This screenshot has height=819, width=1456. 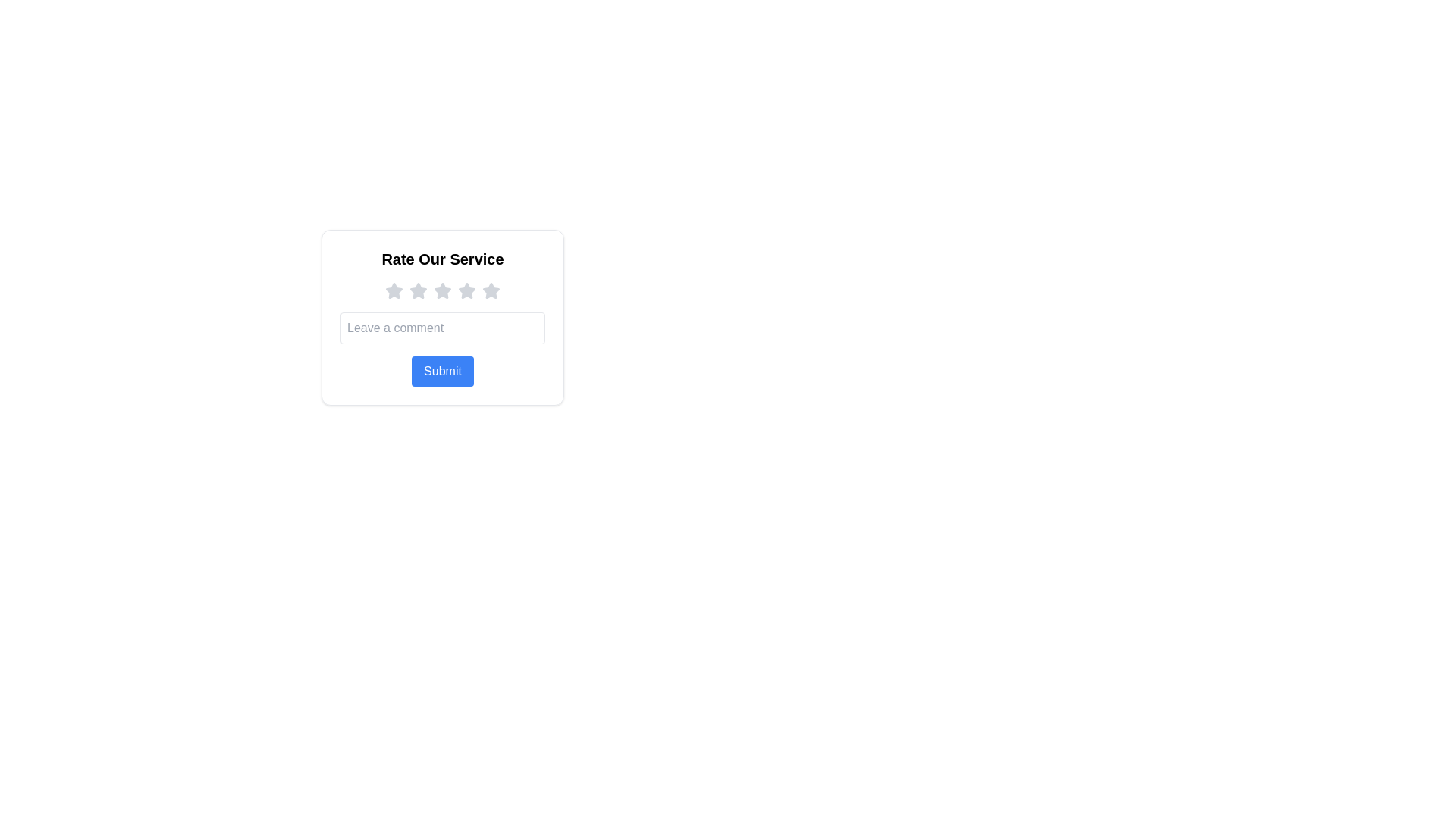 What do you see at coordinates (419, 291) in the screenshot?
I see `the second star-shaped rating icon with a gray fill color` at bounding box center [419, 291].